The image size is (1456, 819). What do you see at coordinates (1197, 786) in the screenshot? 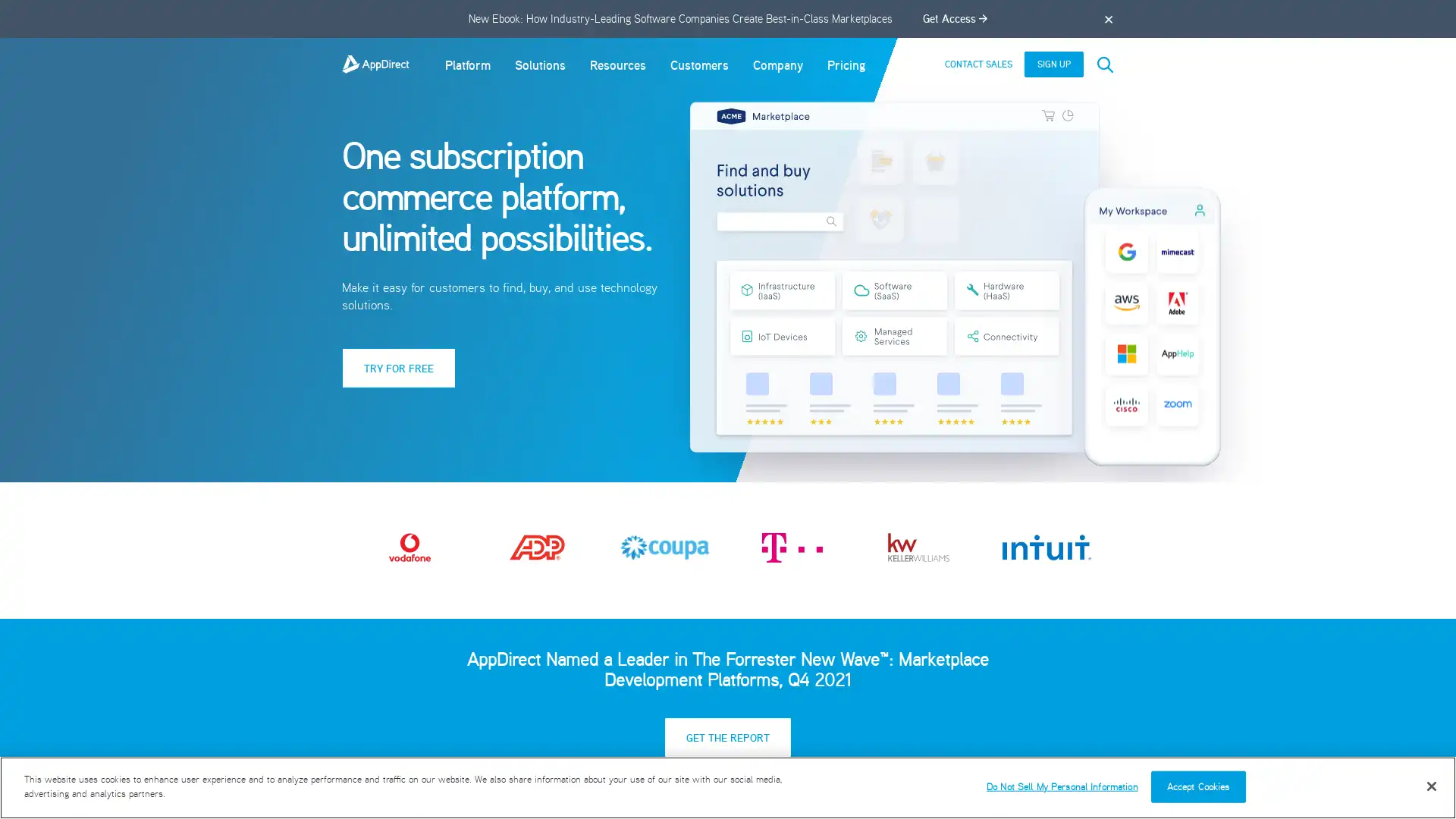
I see `Accept Cookies` at bounding box center [1197, 786].